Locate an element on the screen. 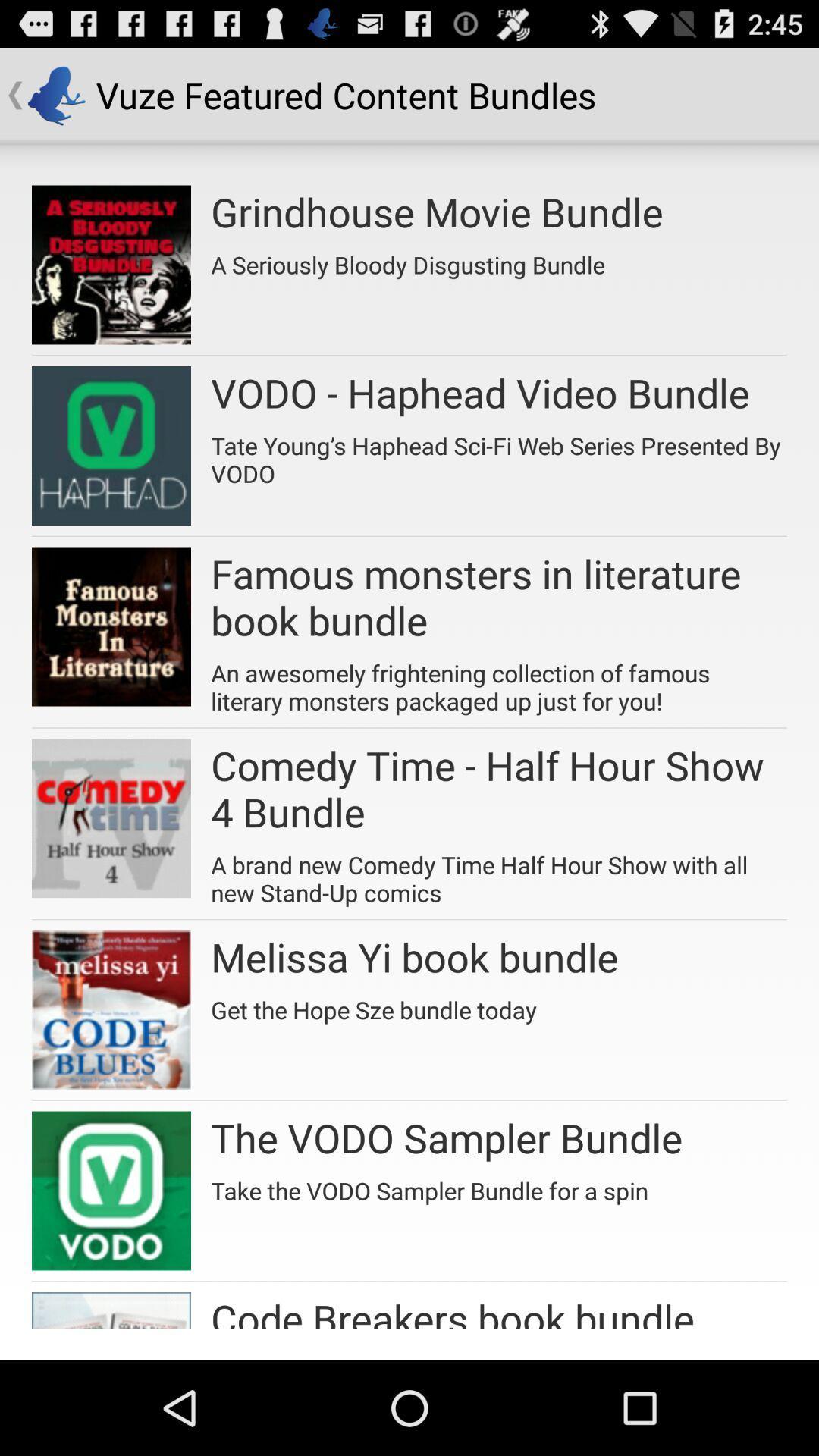 The image size is (819, 1456). the app below the grindhouse movie bundle app is located at coordinates (407, 259).